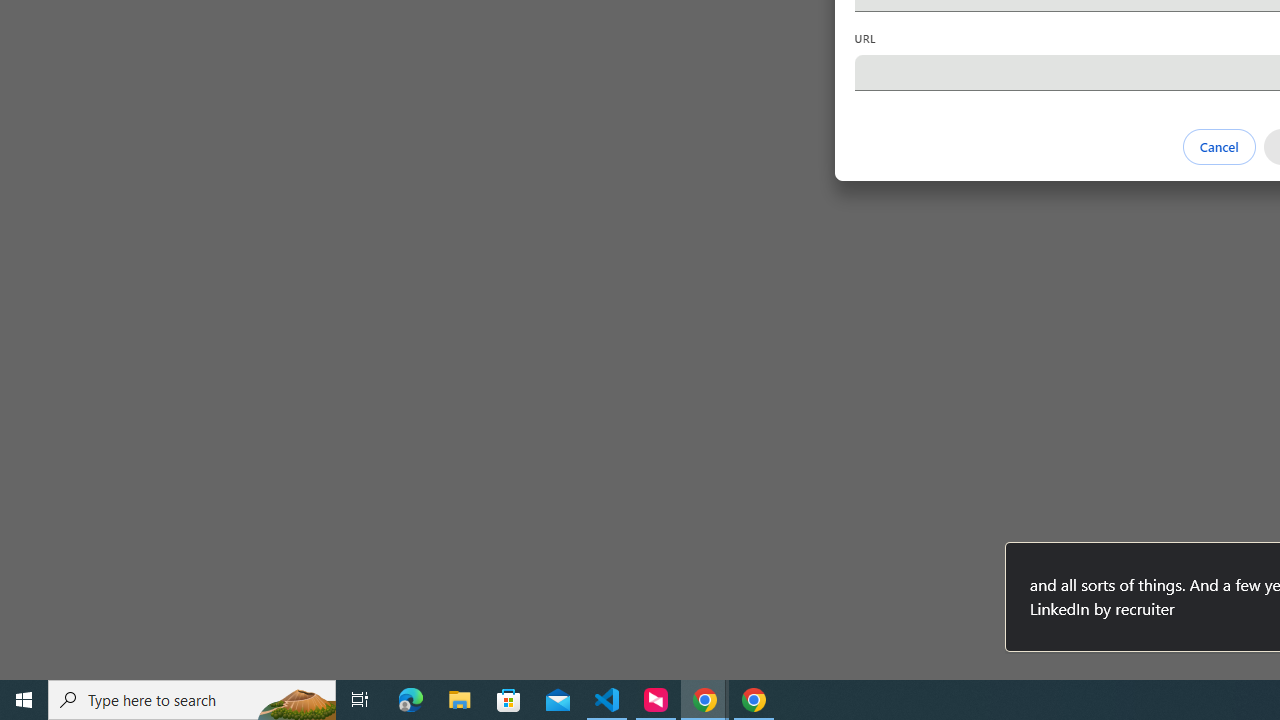  I want to click on 'Cancel', so click(1217, 145).